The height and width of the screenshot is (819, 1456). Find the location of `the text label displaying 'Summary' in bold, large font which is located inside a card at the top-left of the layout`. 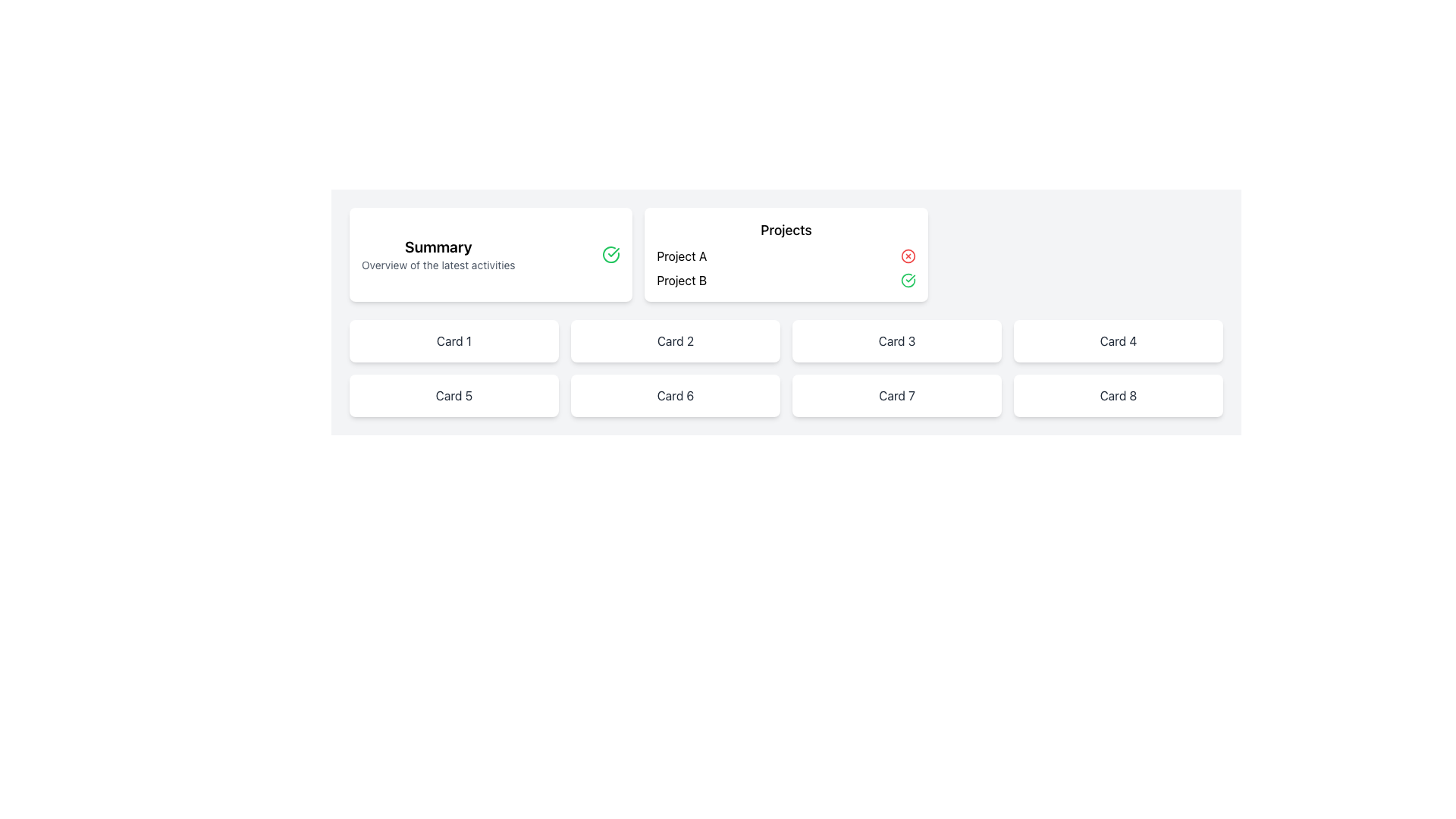

the text label displaying 'Summary' in bold, large font which is located inside a card at the top-left of the layout is located at coordinates (438, 246).